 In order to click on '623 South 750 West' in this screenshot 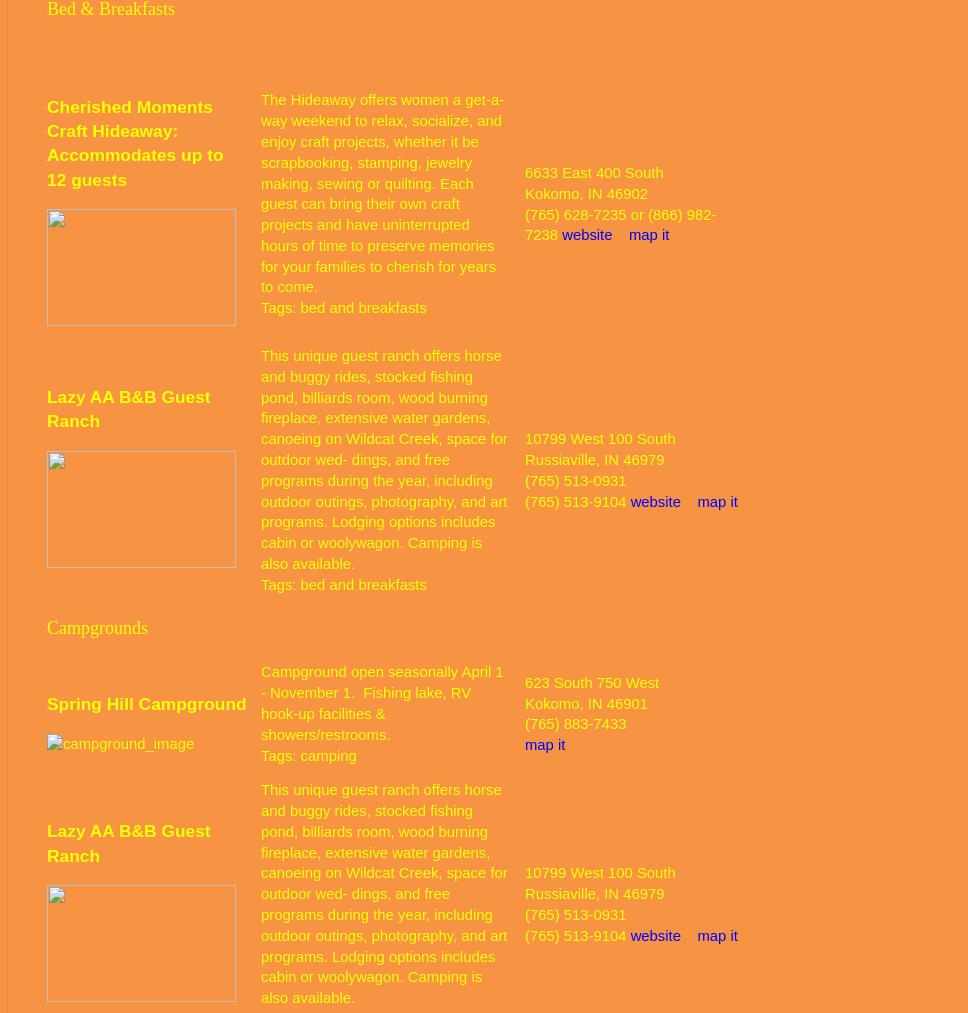, I will do `click(524, 680)`.